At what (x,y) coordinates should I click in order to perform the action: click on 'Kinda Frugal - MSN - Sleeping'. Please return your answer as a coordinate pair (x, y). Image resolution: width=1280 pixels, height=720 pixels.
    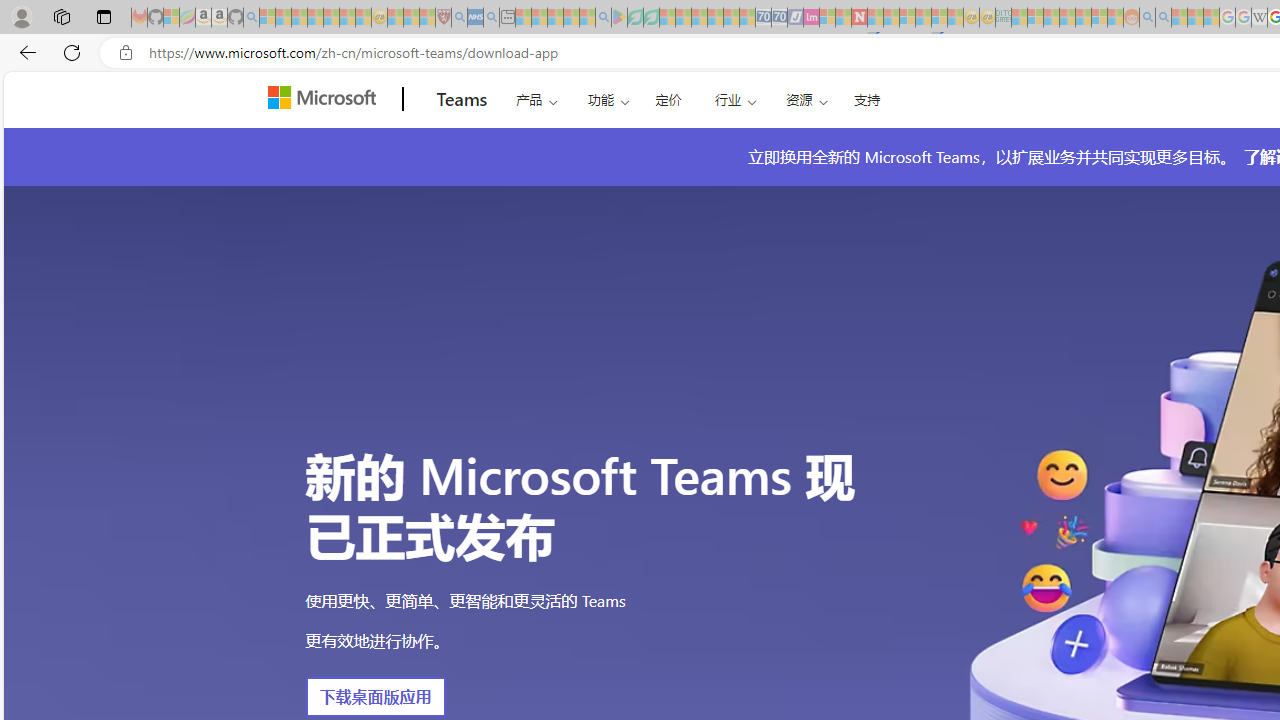
    Looking at the image, I should click on (1082, 17).